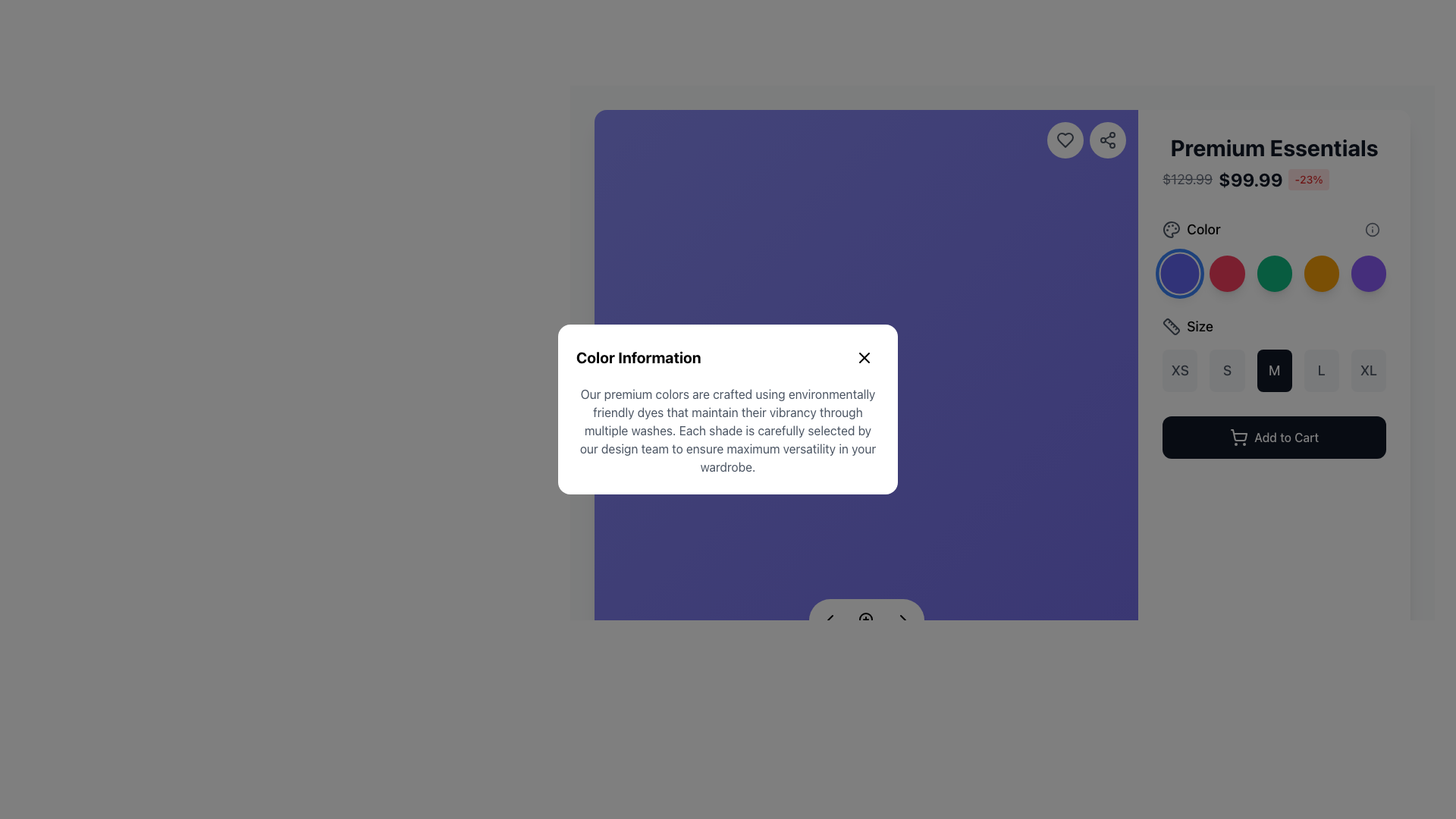 The height and width of the screenshot is (819, 1456). What do you see at coordinates (1320, 274) in the screenshot?
I see `the fourth button in the sequence of color options, which allows users to select the 'Golden Hour' color, located near the top-right section of the interface` at bounding box center [1320, 274].